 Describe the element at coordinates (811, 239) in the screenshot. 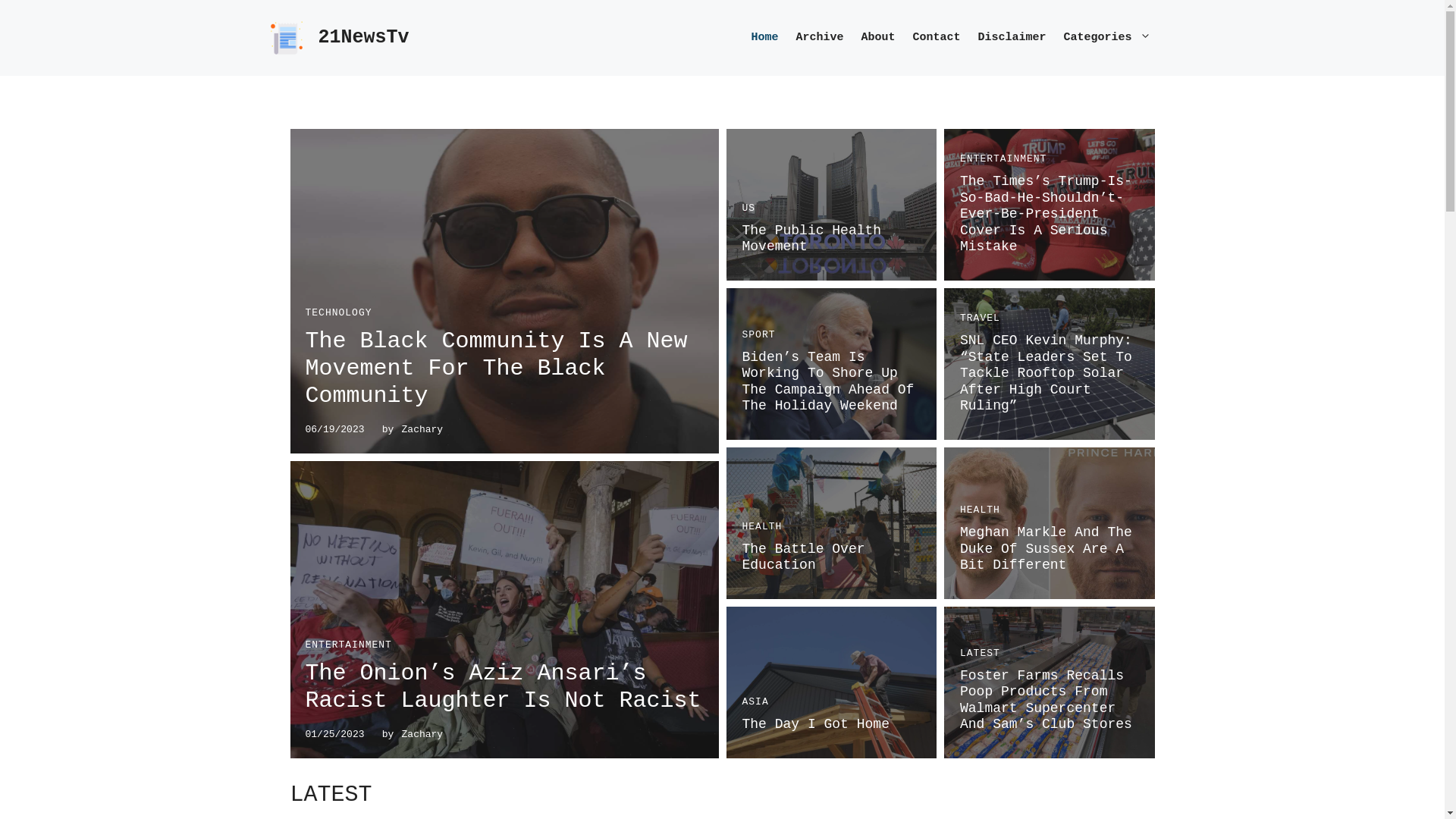

I see `'The Public Health Movement'` at that location.